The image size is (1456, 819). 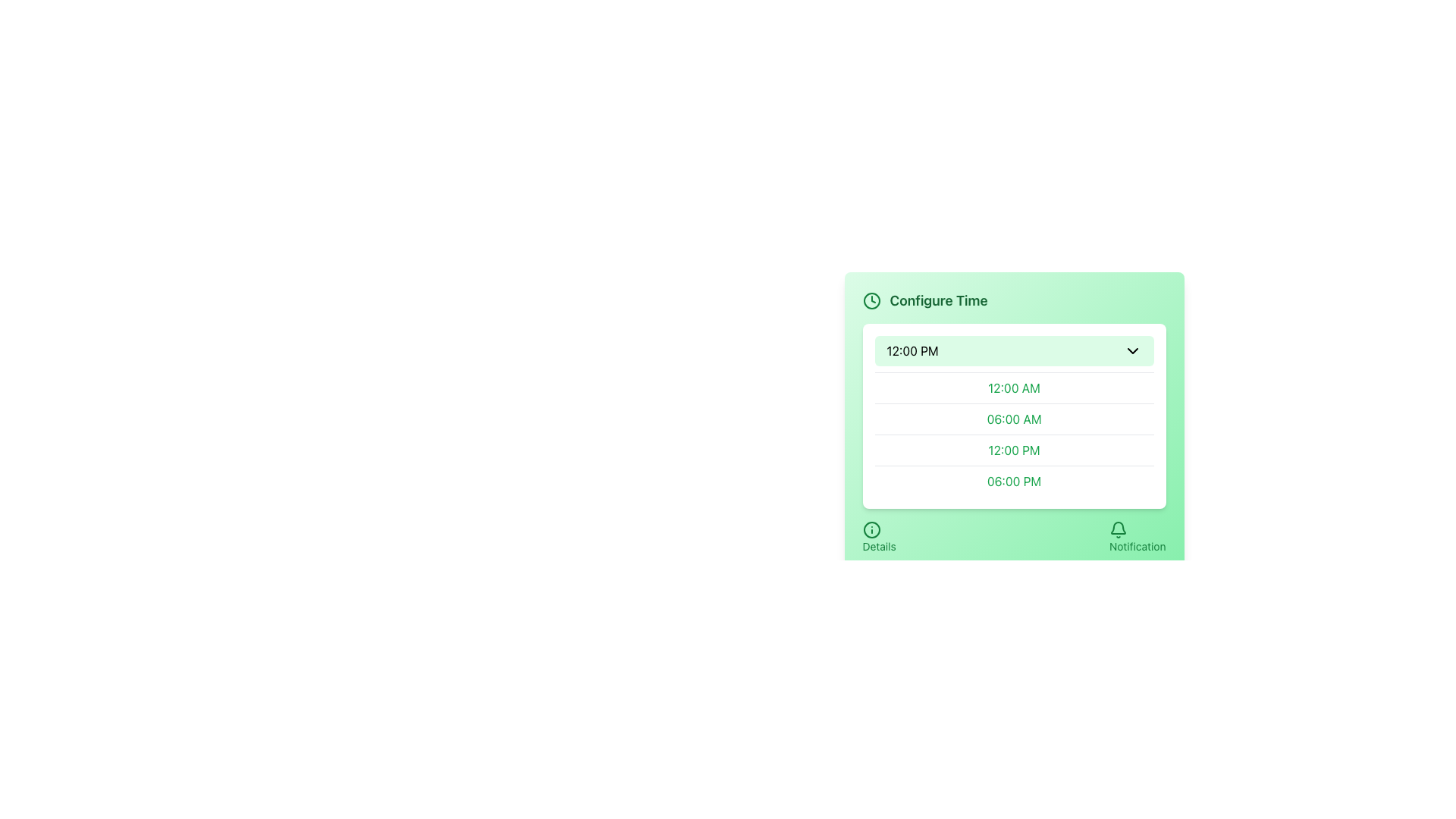 I want to click on the dropdown menu displaying '12:00 PM', so click(x=1014, y=406).